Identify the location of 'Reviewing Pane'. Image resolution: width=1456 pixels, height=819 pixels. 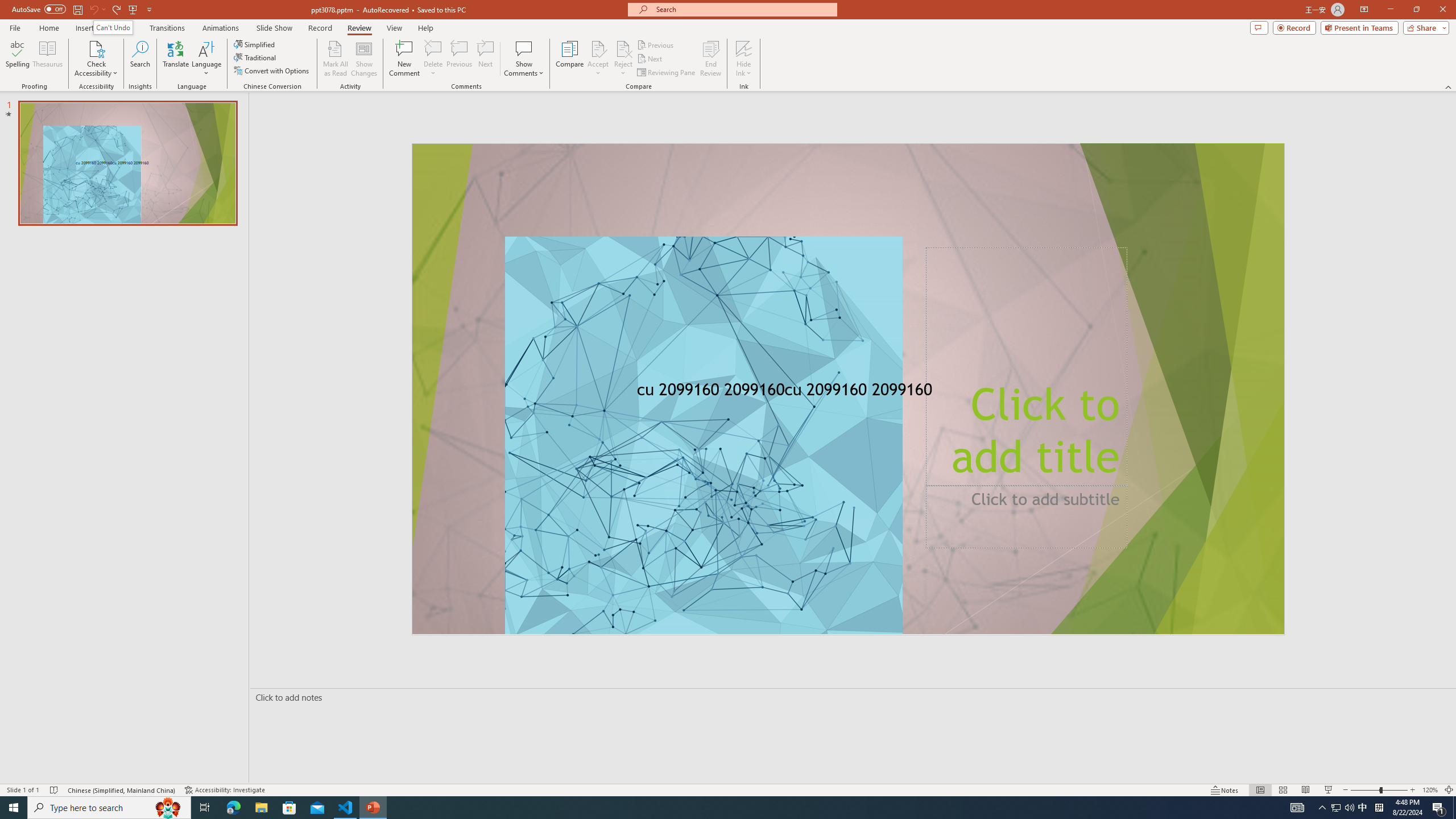
(666, 72).